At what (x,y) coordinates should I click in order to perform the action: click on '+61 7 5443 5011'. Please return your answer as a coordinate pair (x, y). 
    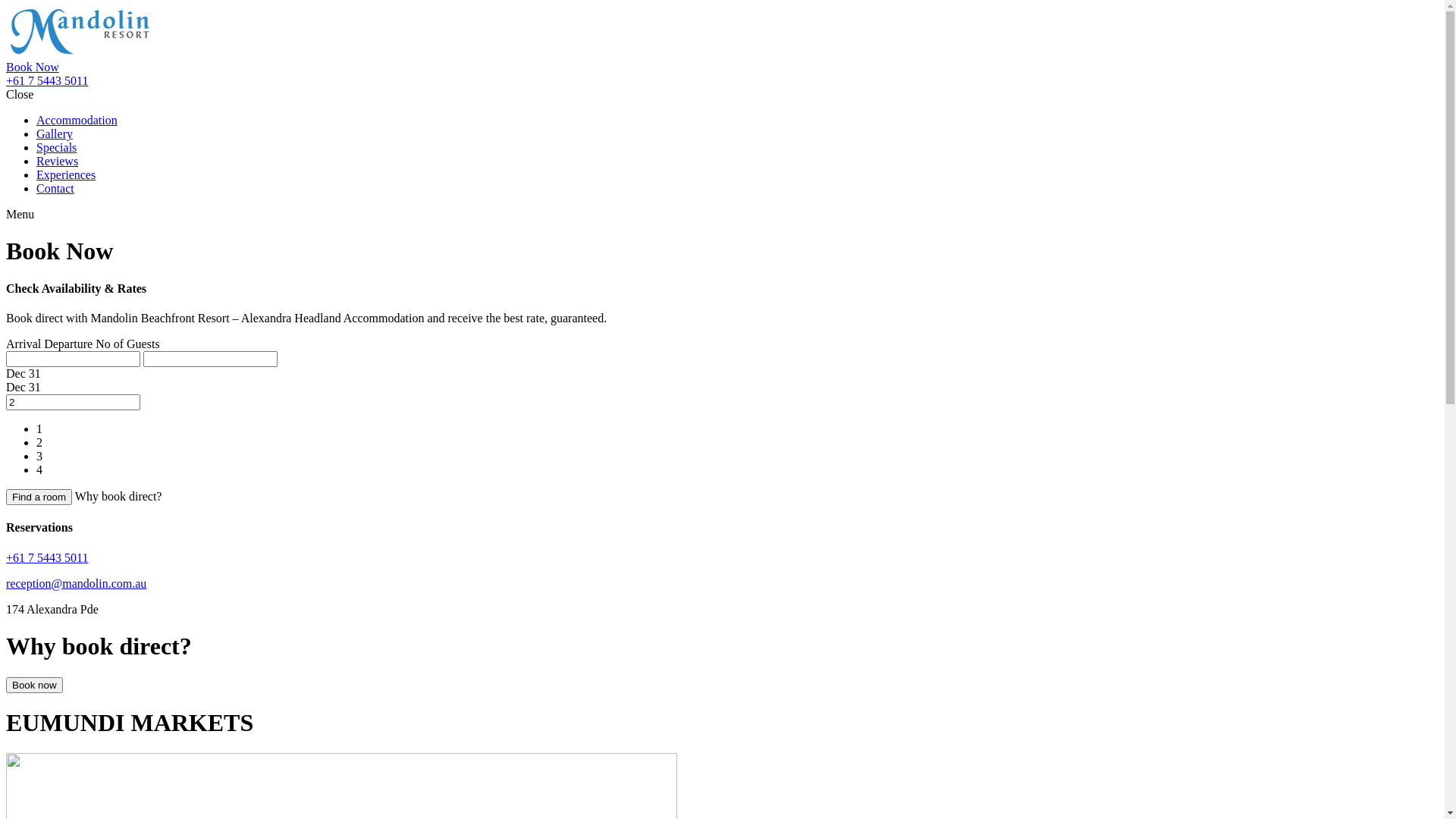
    Looking at the image, I should click on (47, 80).